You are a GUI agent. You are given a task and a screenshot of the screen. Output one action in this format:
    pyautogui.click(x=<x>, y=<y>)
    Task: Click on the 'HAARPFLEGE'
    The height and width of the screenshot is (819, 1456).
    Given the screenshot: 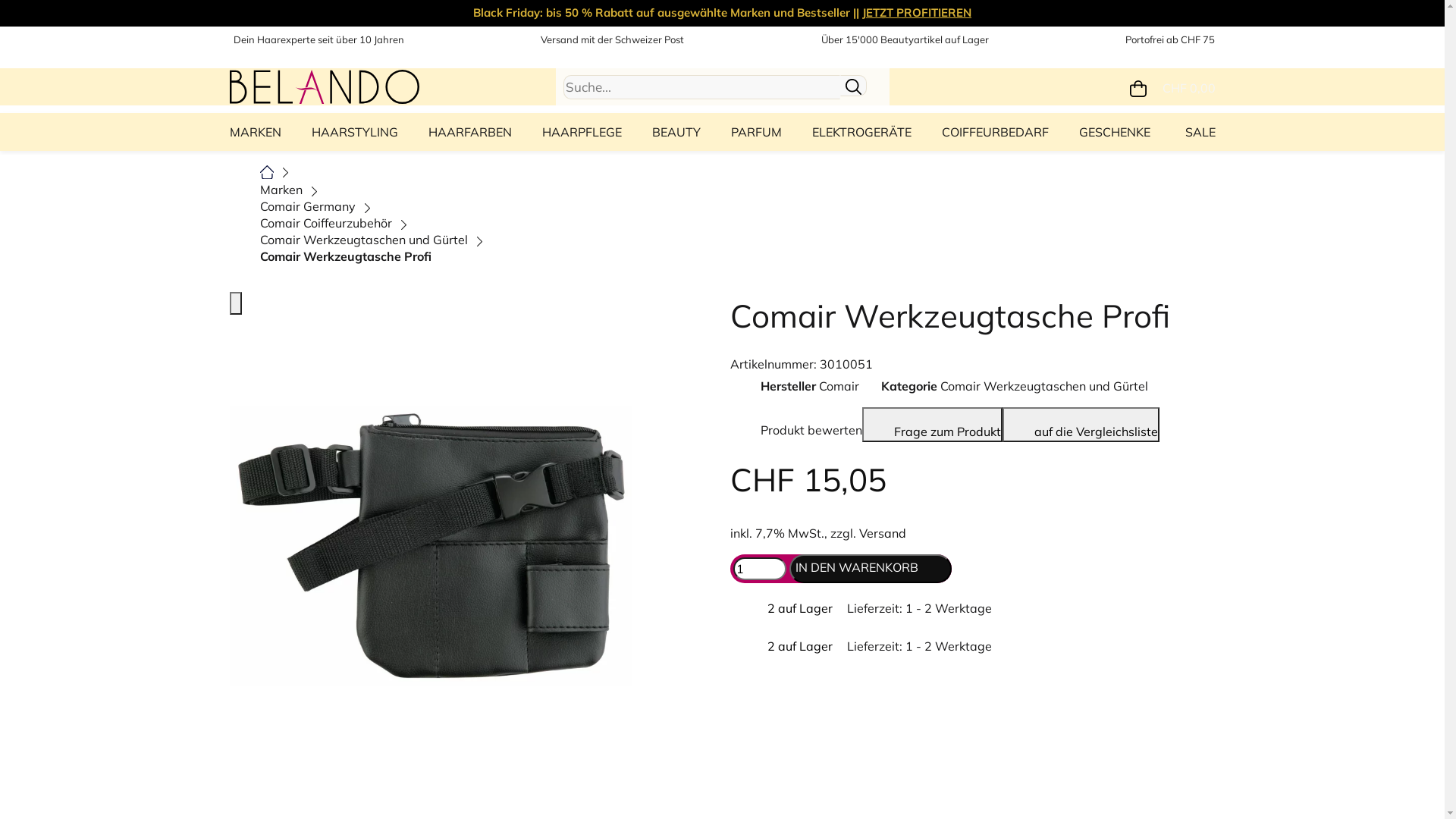 What is the action you would take?
    pyautogui.click(x=580, y=130)
    